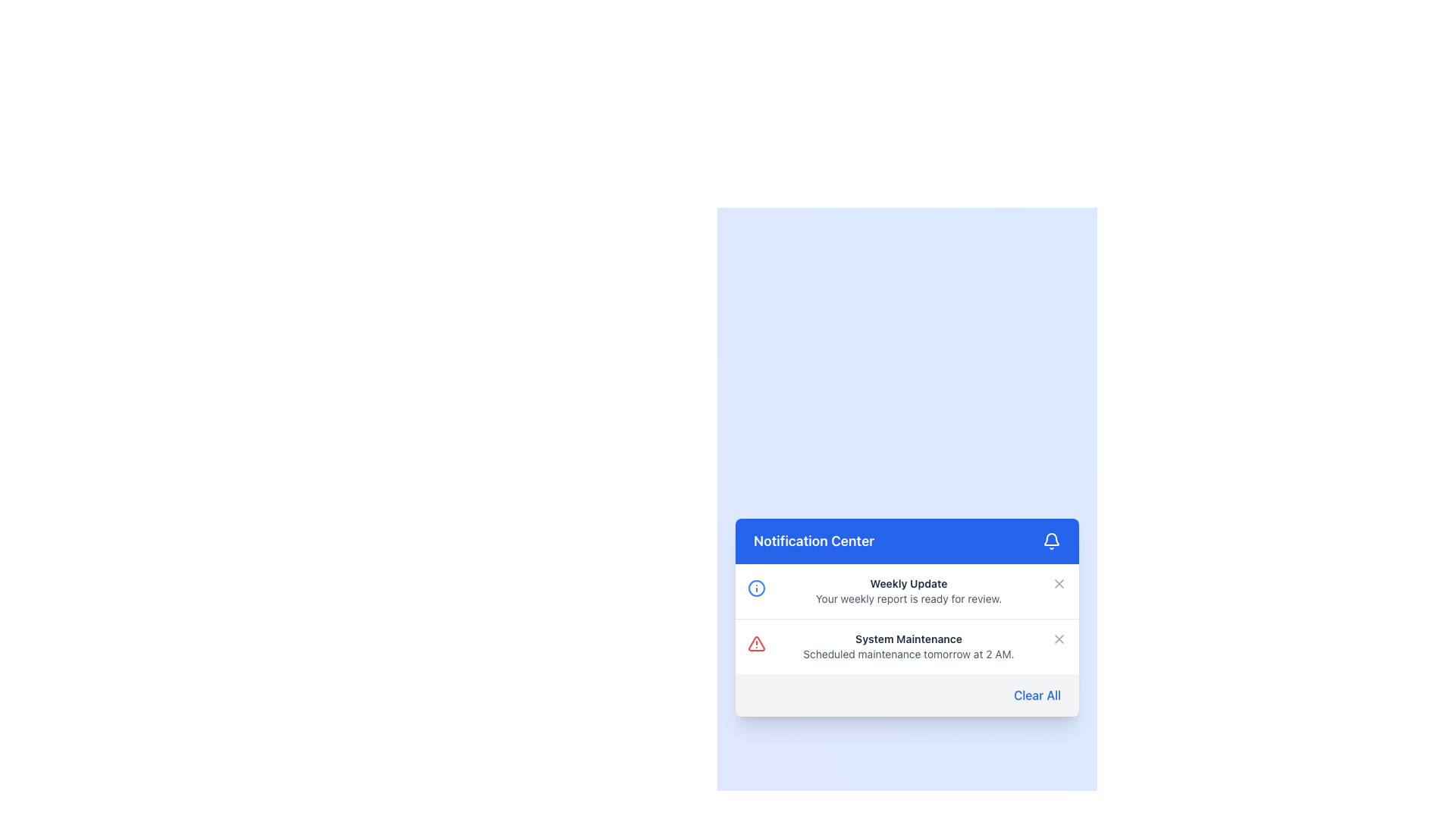 The image size is (1456, 819). What do you see at coordinates (1058, 582) in the screenshot?
I see `the dismiss button located to the right of the text 'Weekly UpdateYour weekly report is ready for review.'` at bounding box center [1058, 582].